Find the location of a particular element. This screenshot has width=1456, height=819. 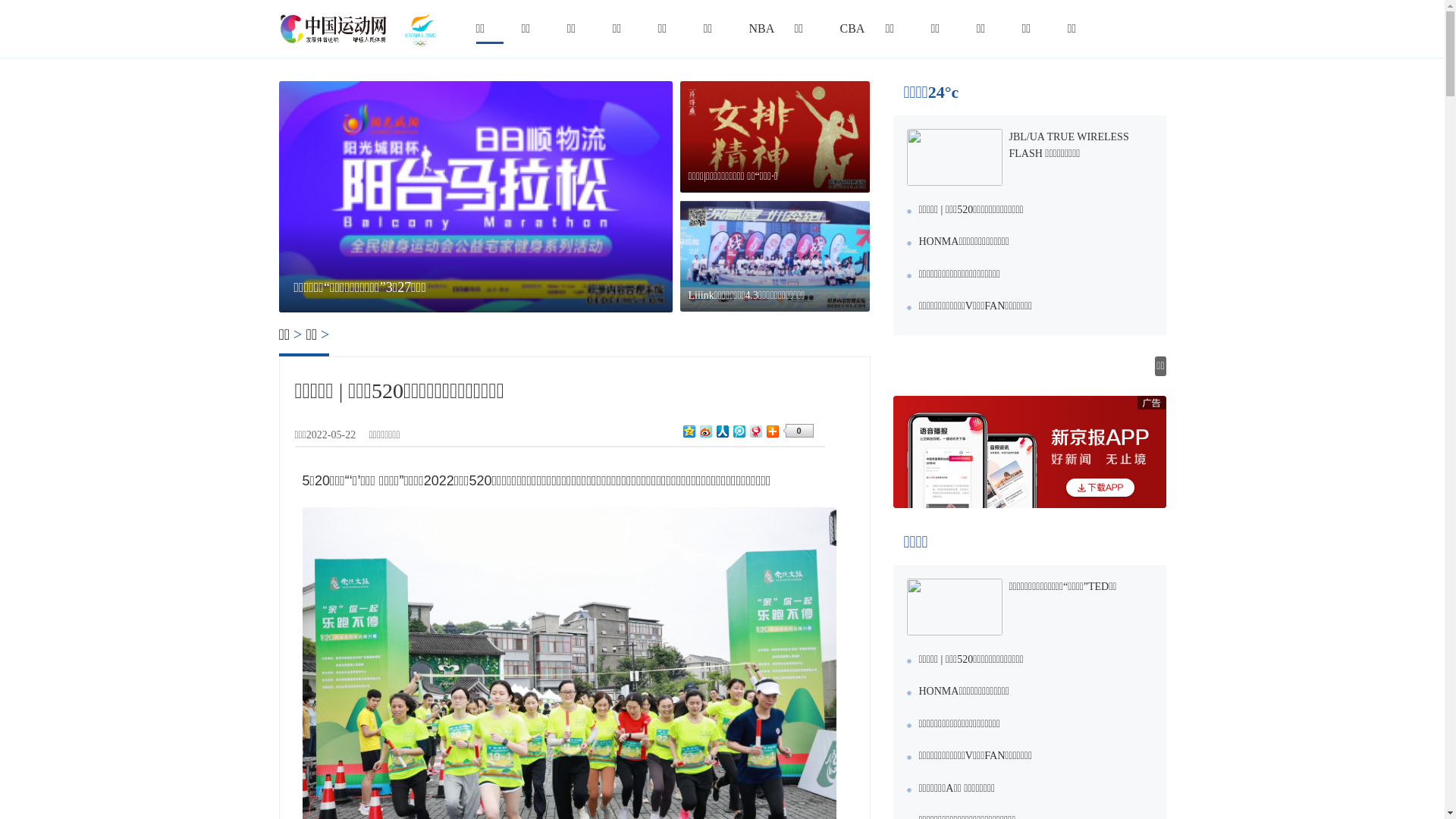

'CBA' is located at coordinates (852, 28).